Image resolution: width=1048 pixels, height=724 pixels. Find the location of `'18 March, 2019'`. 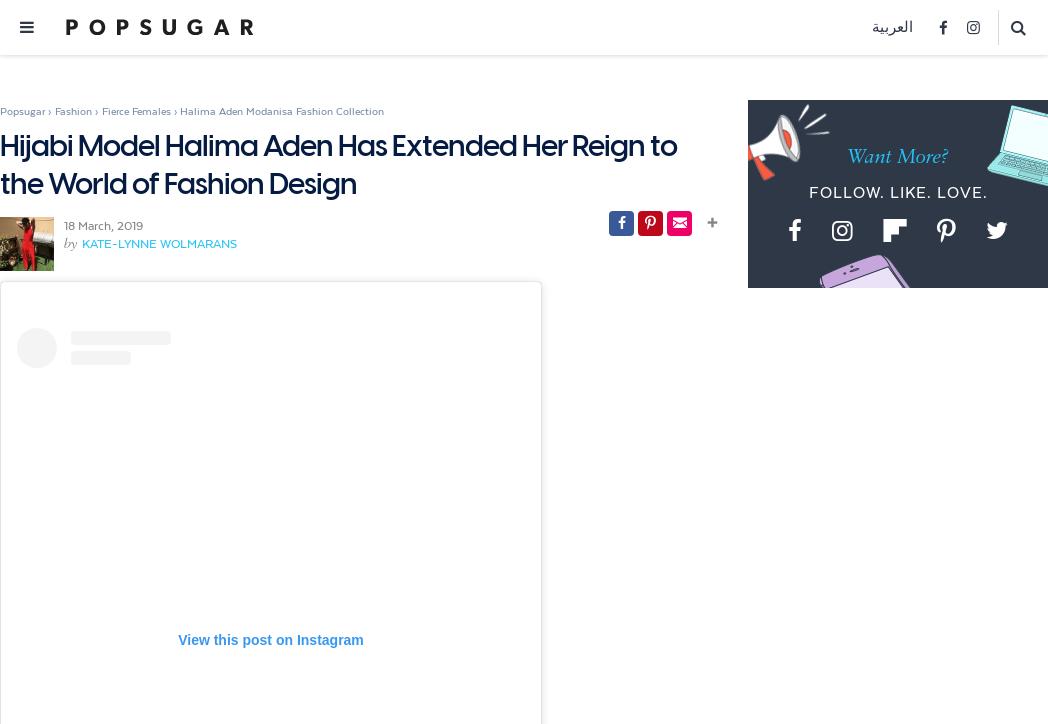

'18 March, 2019' is located at coordinates (102, 226).